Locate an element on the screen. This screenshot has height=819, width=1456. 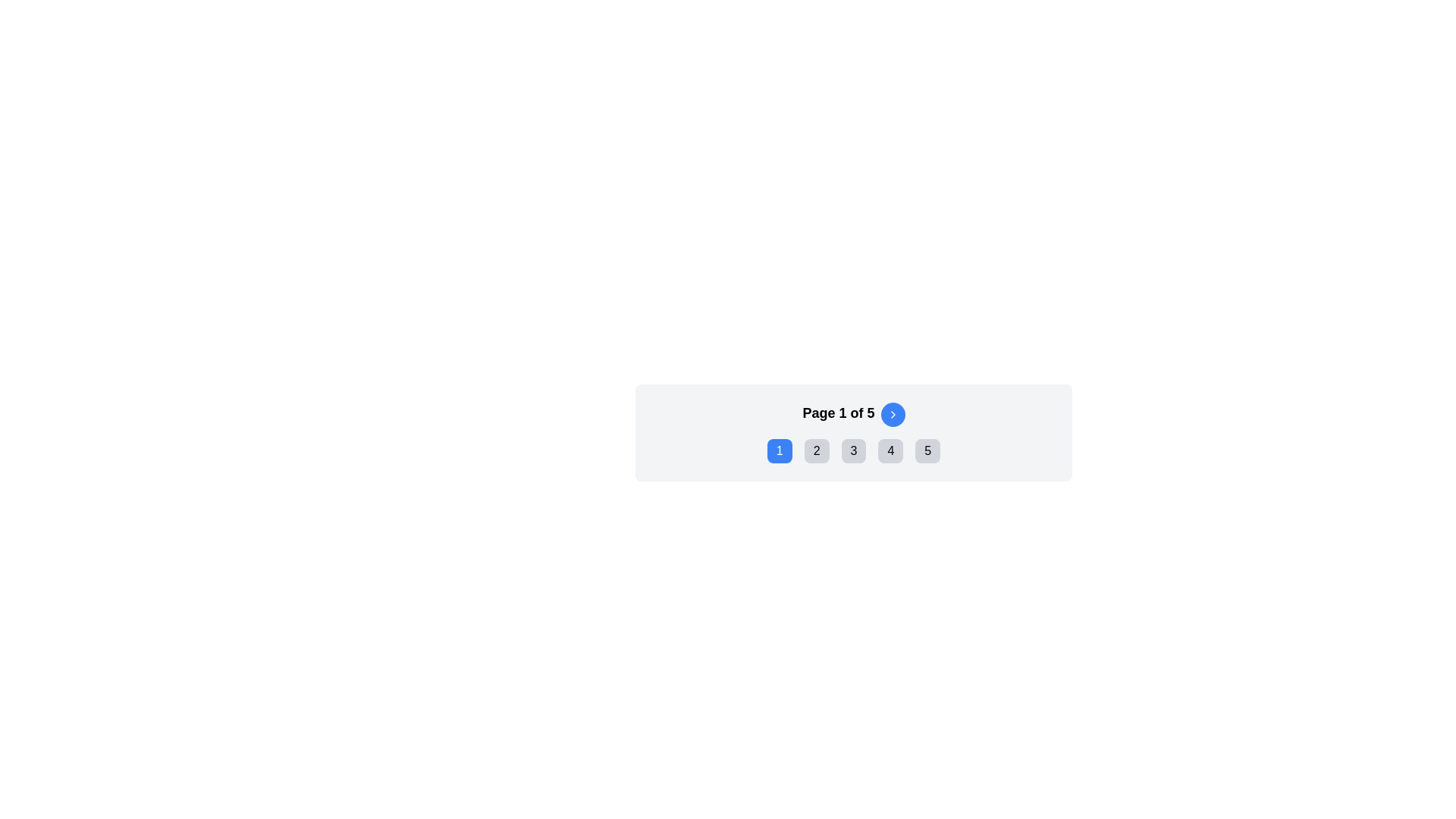
the first navigational button on the far left of the group is located at coordinates (780, 450).